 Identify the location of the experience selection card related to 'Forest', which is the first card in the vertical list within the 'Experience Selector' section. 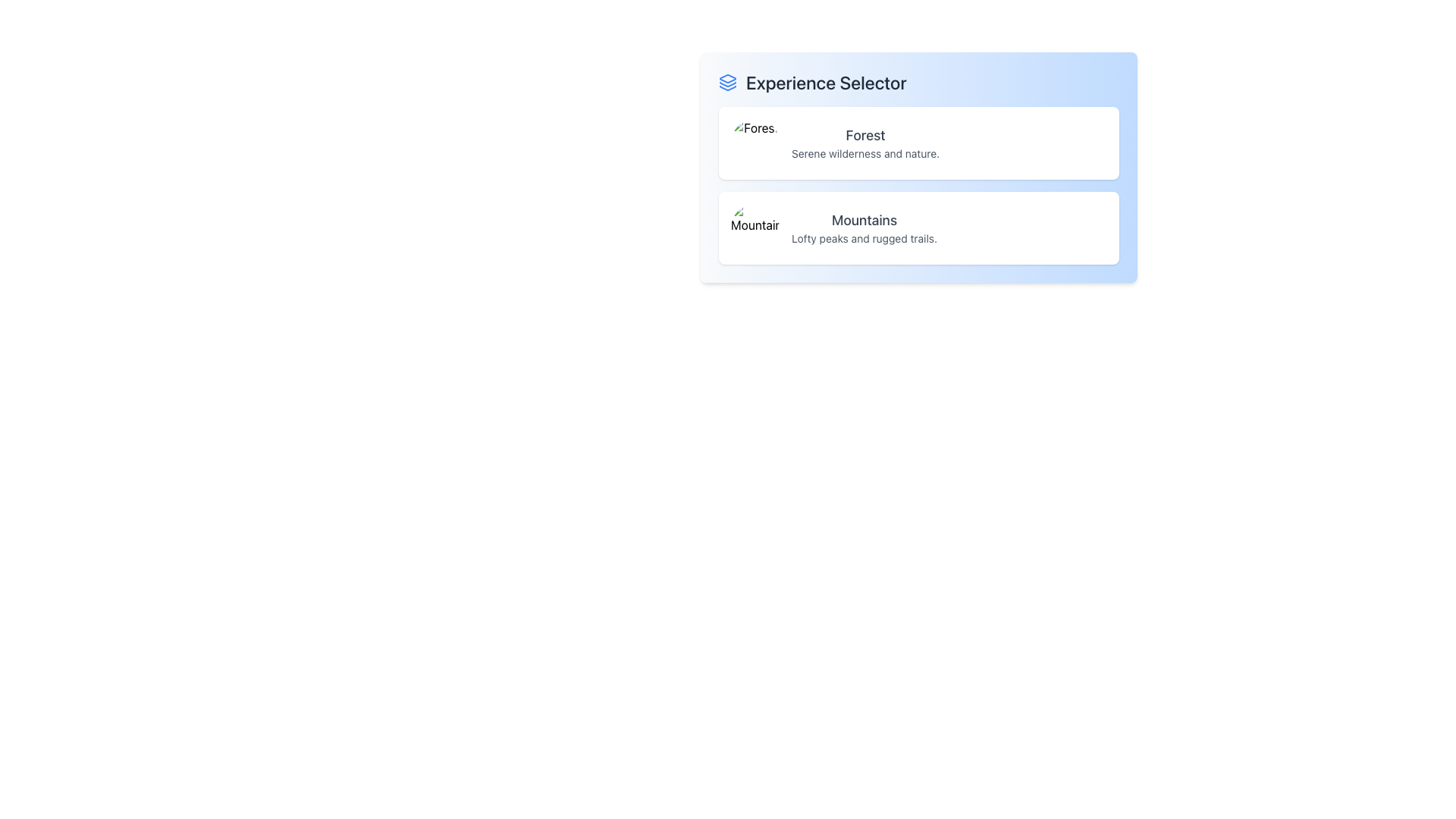
(918, 143).